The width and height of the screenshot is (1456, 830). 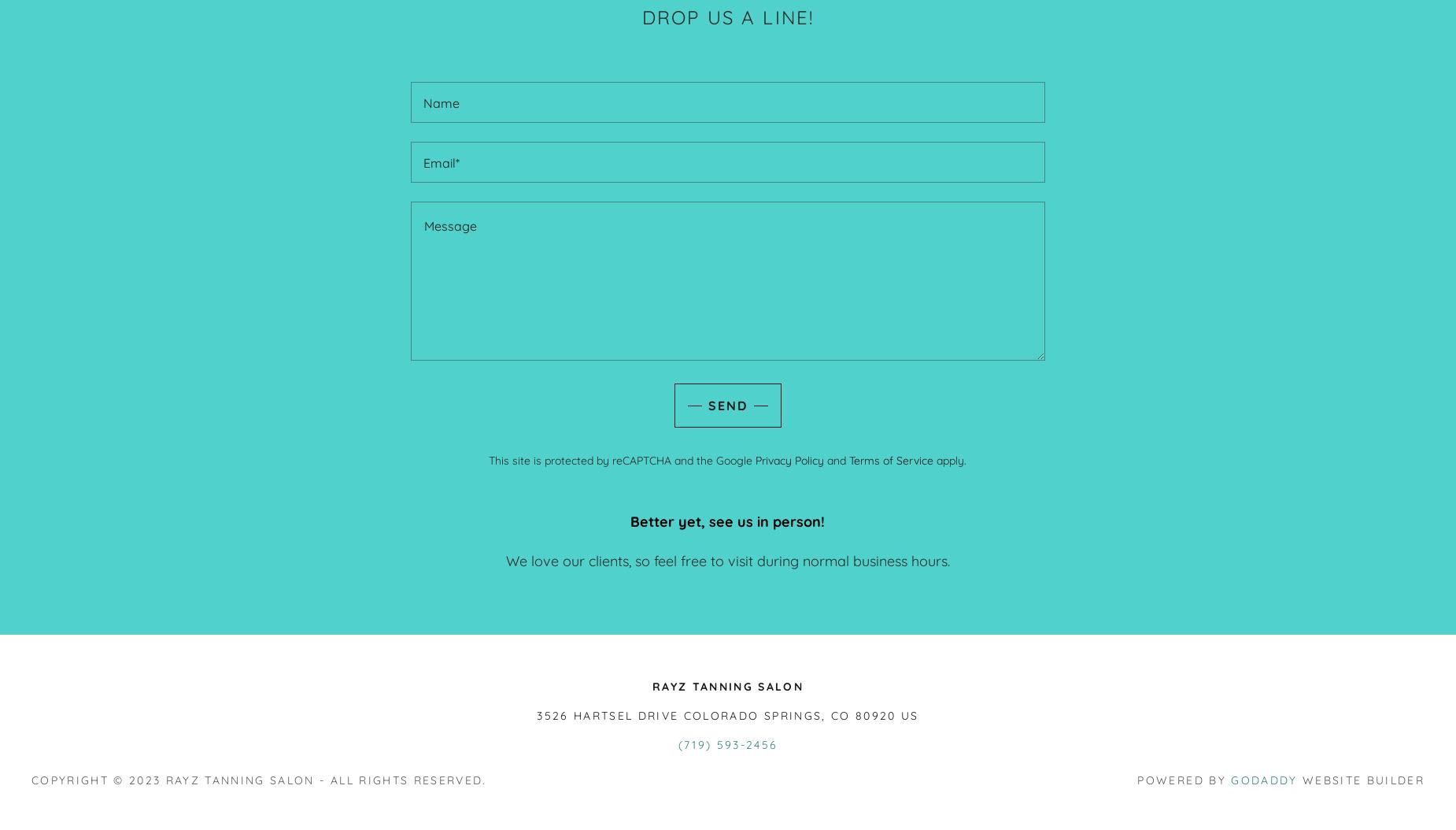 What do you see at coordinates (504, 559) in the screenshot?
I see `'We love our clients, so feel free to visit during normal business hours.'` at bounding box center [504, 559].